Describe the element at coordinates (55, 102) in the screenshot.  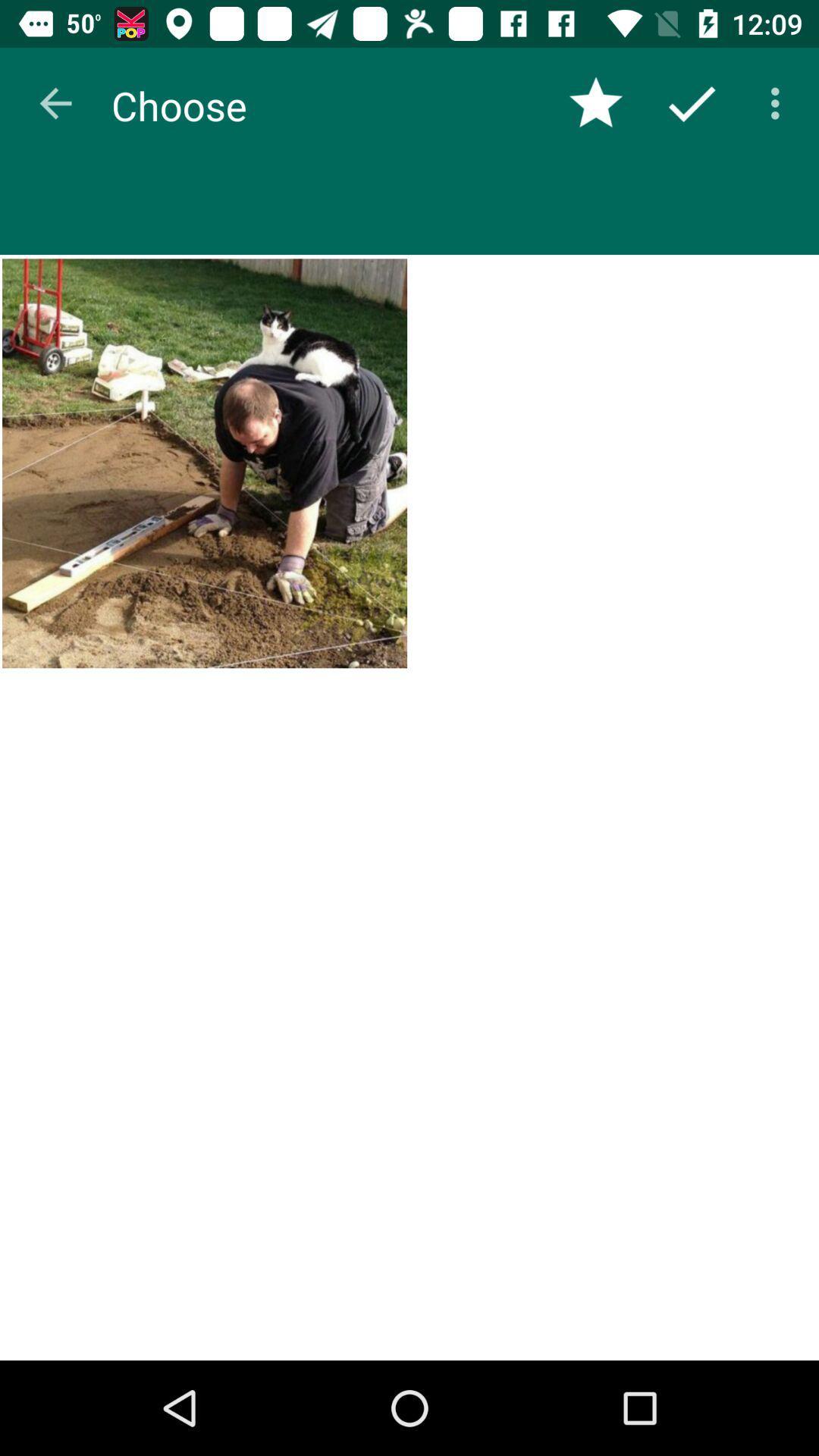
I see `item next to choose item` at that location.